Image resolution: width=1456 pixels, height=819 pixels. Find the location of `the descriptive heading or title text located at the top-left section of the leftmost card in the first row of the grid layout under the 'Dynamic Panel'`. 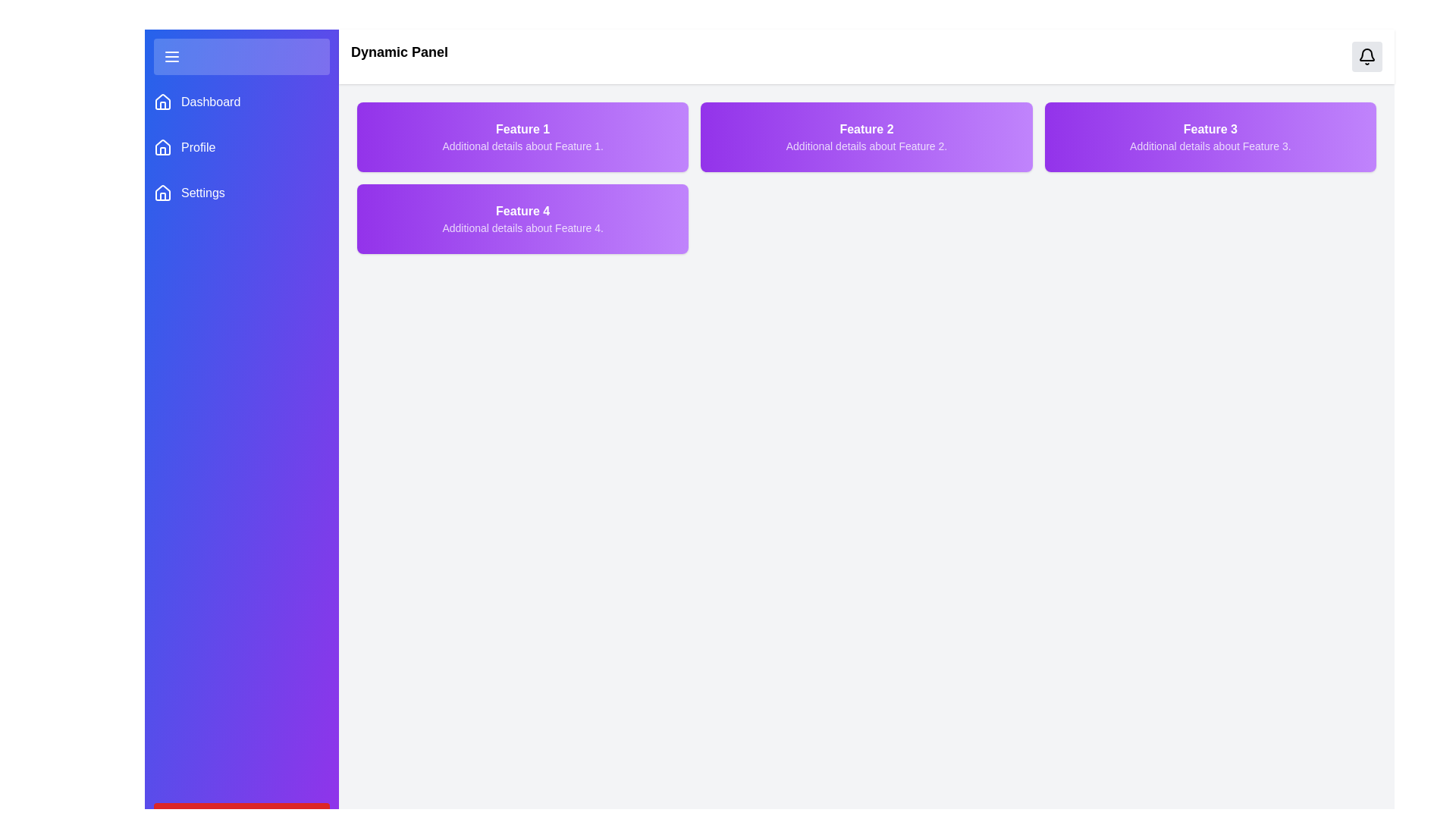

the descriptive heading or title text located at the top-left section of the leftmost card in the first row of the grid layout under the 'Dynamic Panel' is located at coordinates (522, 128).